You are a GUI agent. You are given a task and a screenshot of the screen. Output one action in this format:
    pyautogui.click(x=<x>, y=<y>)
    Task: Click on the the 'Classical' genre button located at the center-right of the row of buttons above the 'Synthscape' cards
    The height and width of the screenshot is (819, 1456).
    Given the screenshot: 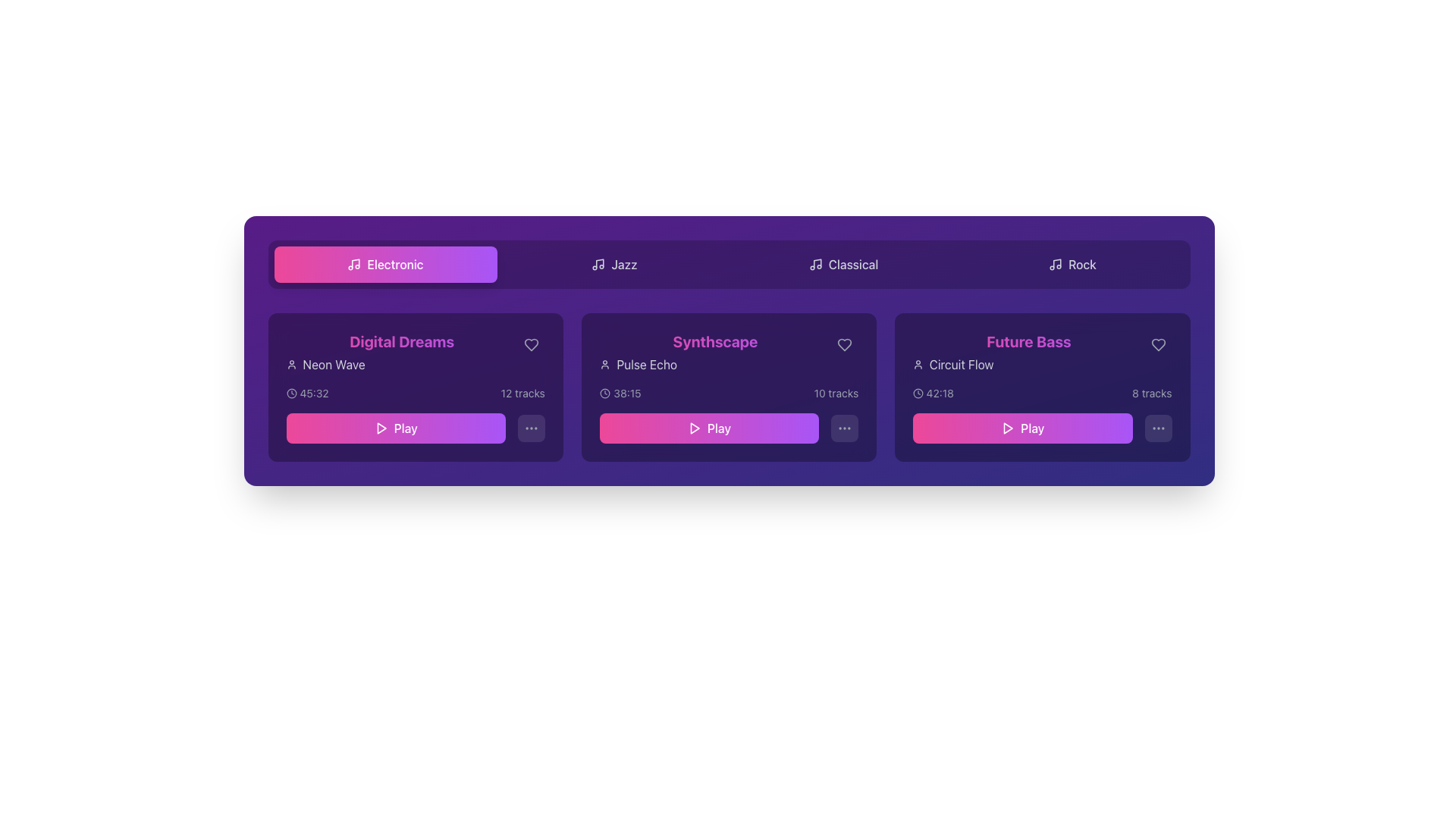 What is the action you would take?
    pyautogui.click(x=843, y=263)
    